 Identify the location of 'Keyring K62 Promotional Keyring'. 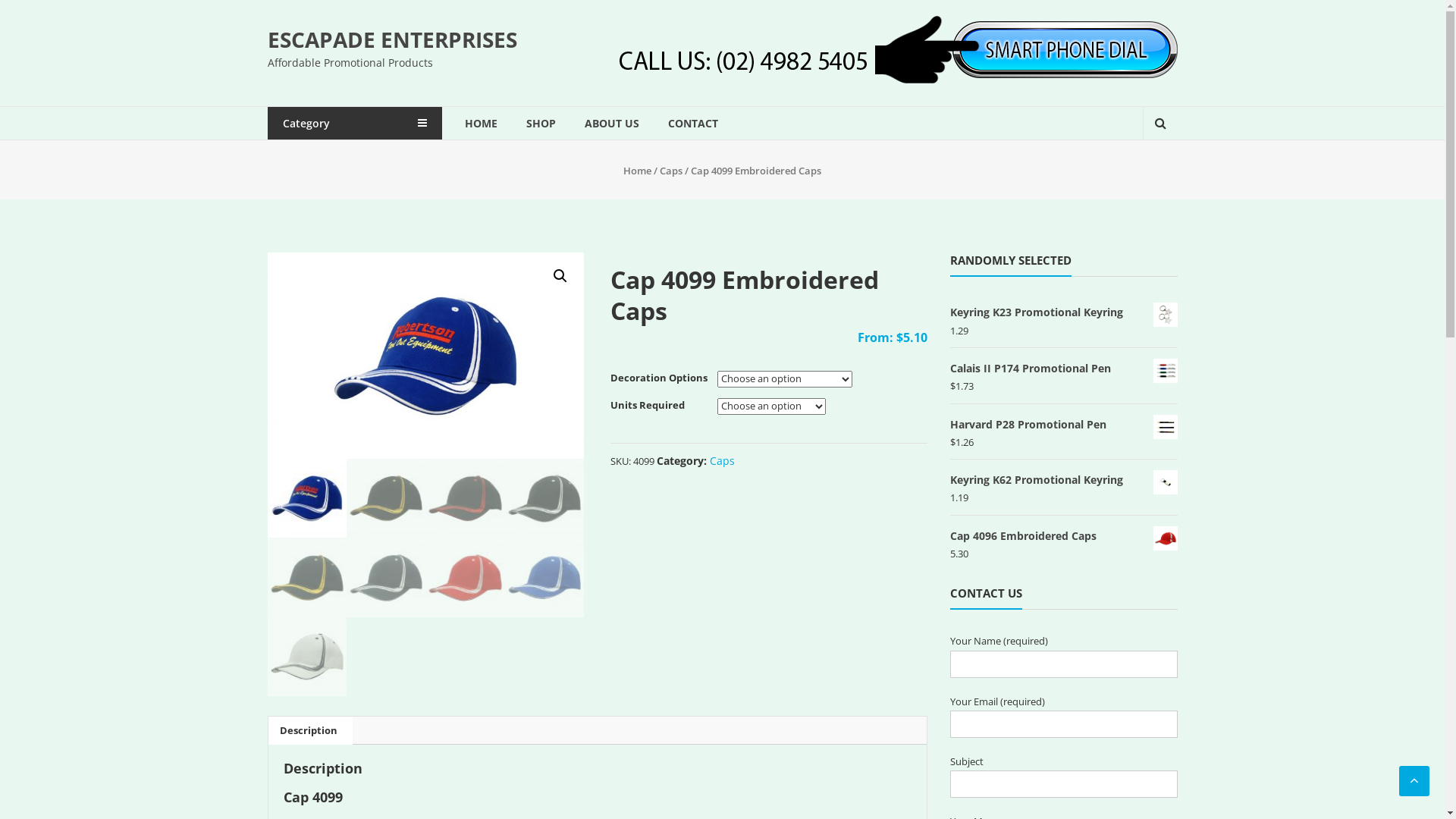
(949, 479).